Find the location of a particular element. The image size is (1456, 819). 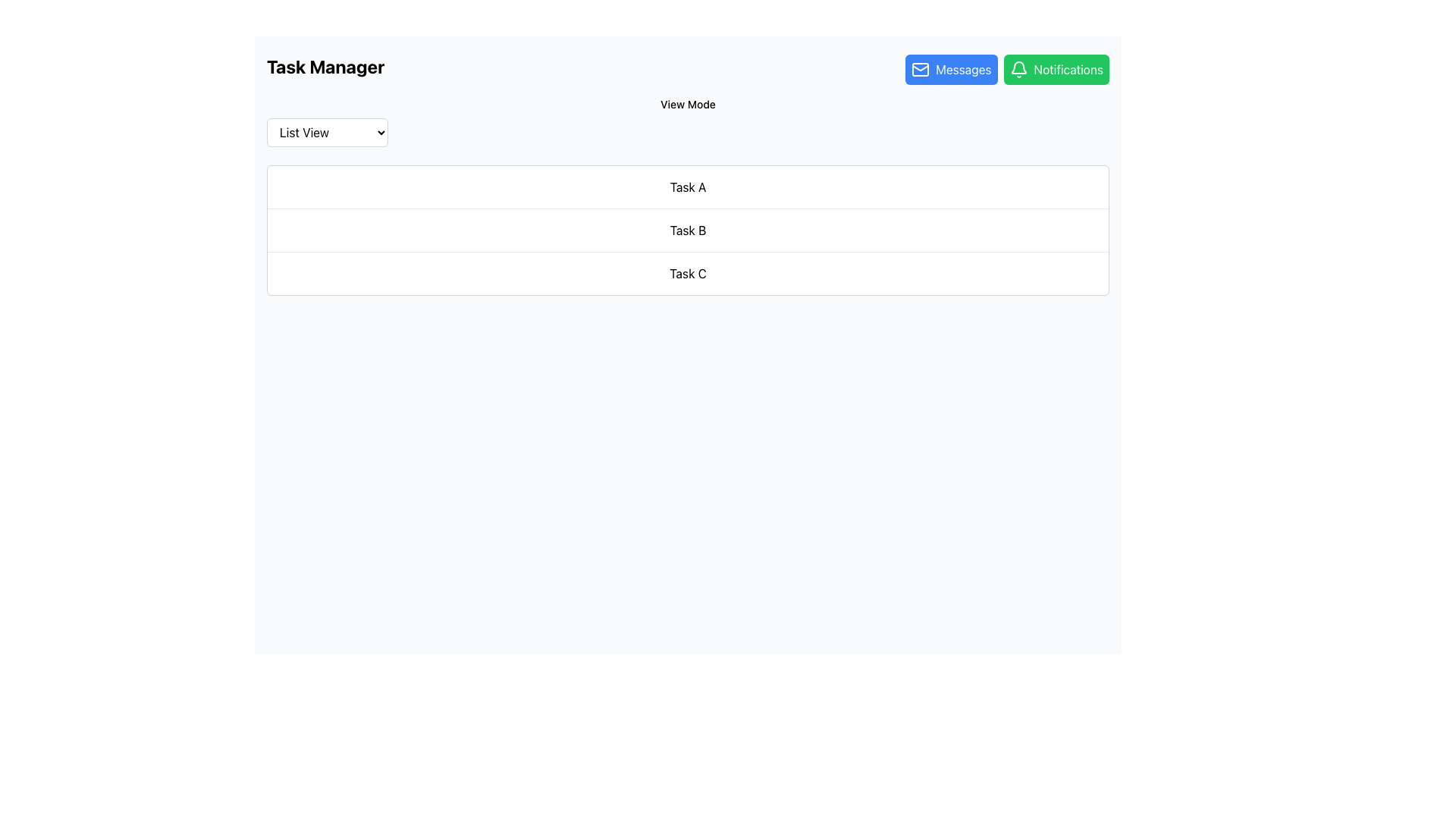

the mail icon located to the left of the 'Messages' text label in the top-right area of the interface is located at coordinates (920, 70).